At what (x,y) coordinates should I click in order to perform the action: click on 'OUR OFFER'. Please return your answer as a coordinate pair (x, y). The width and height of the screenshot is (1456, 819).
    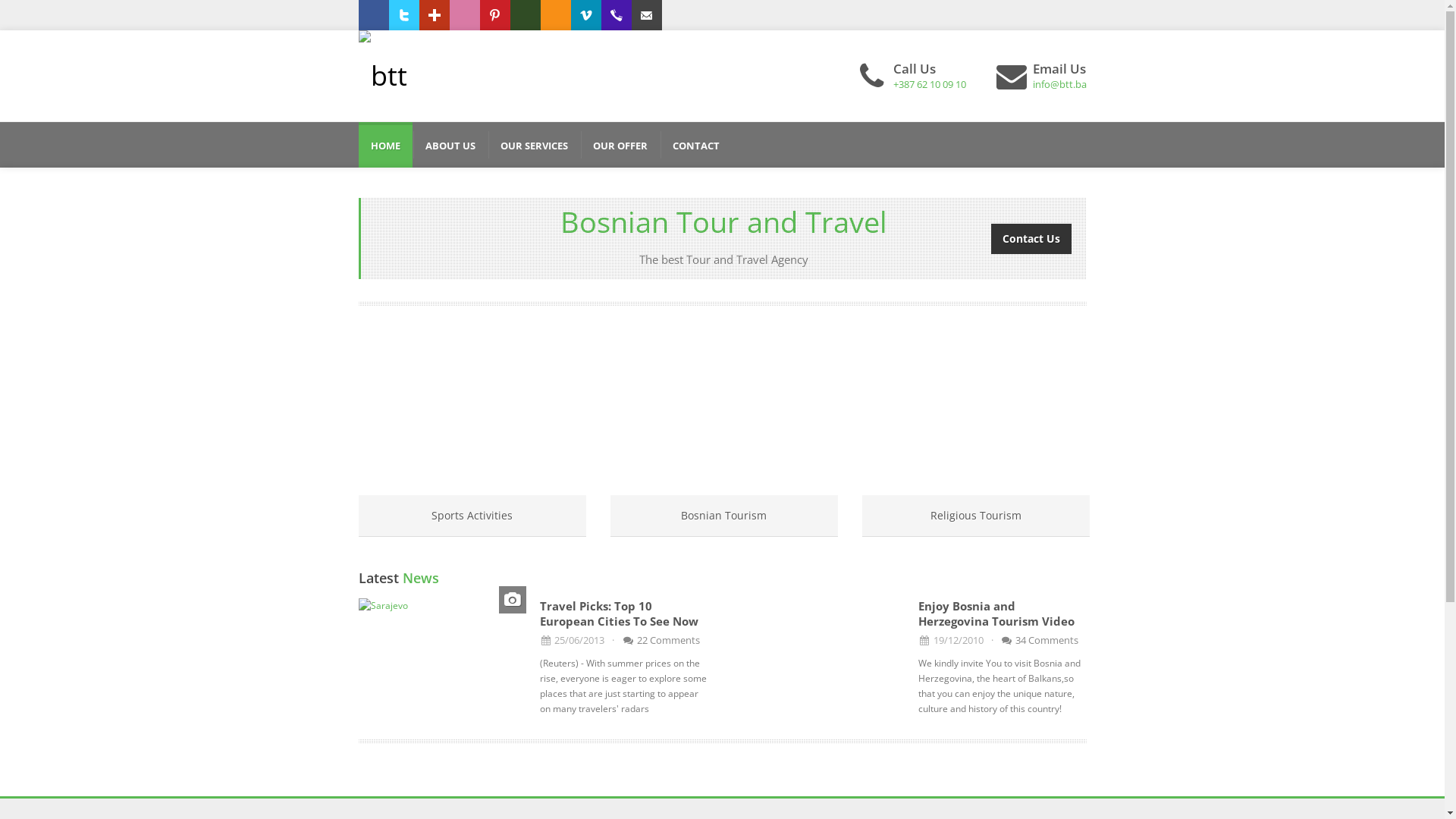
    Looking at the image, I should click on (620, 145).